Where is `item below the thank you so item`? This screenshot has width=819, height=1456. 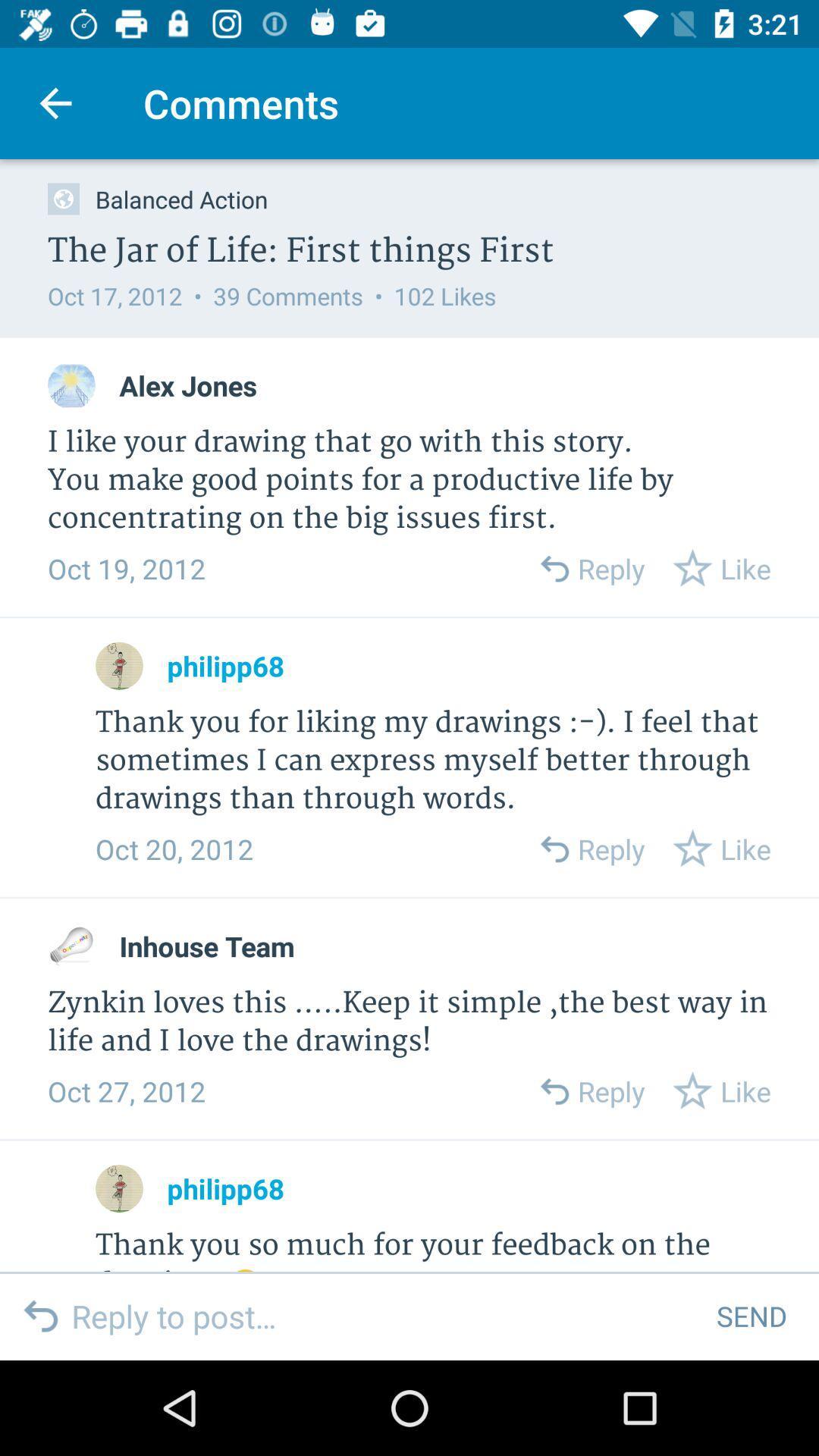
item below the thank you so item is located at coordinates (381, 1315).